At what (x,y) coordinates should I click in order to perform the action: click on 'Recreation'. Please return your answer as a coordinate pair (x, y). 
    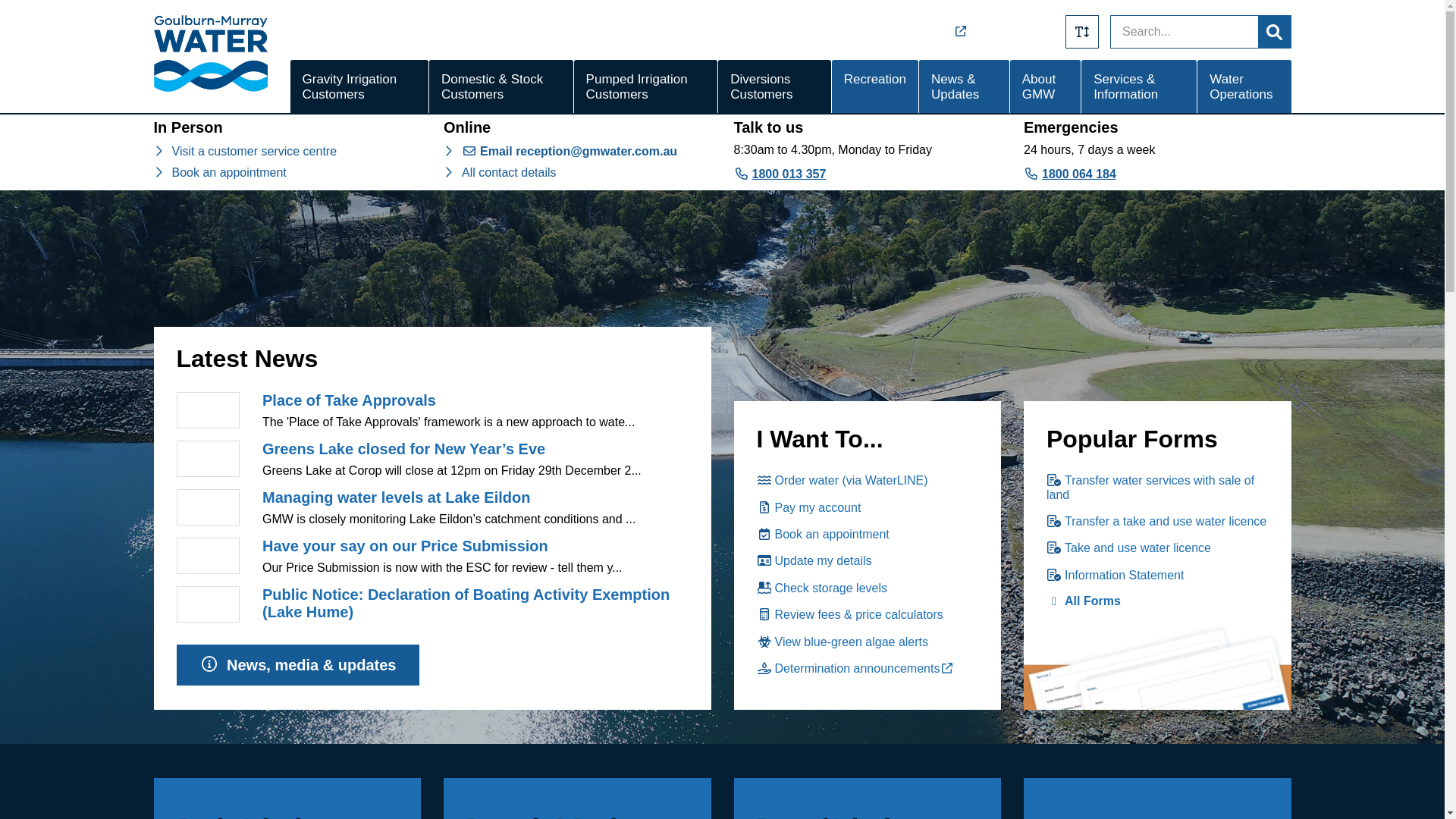
    Looking at the image, I should click on (874, 87).